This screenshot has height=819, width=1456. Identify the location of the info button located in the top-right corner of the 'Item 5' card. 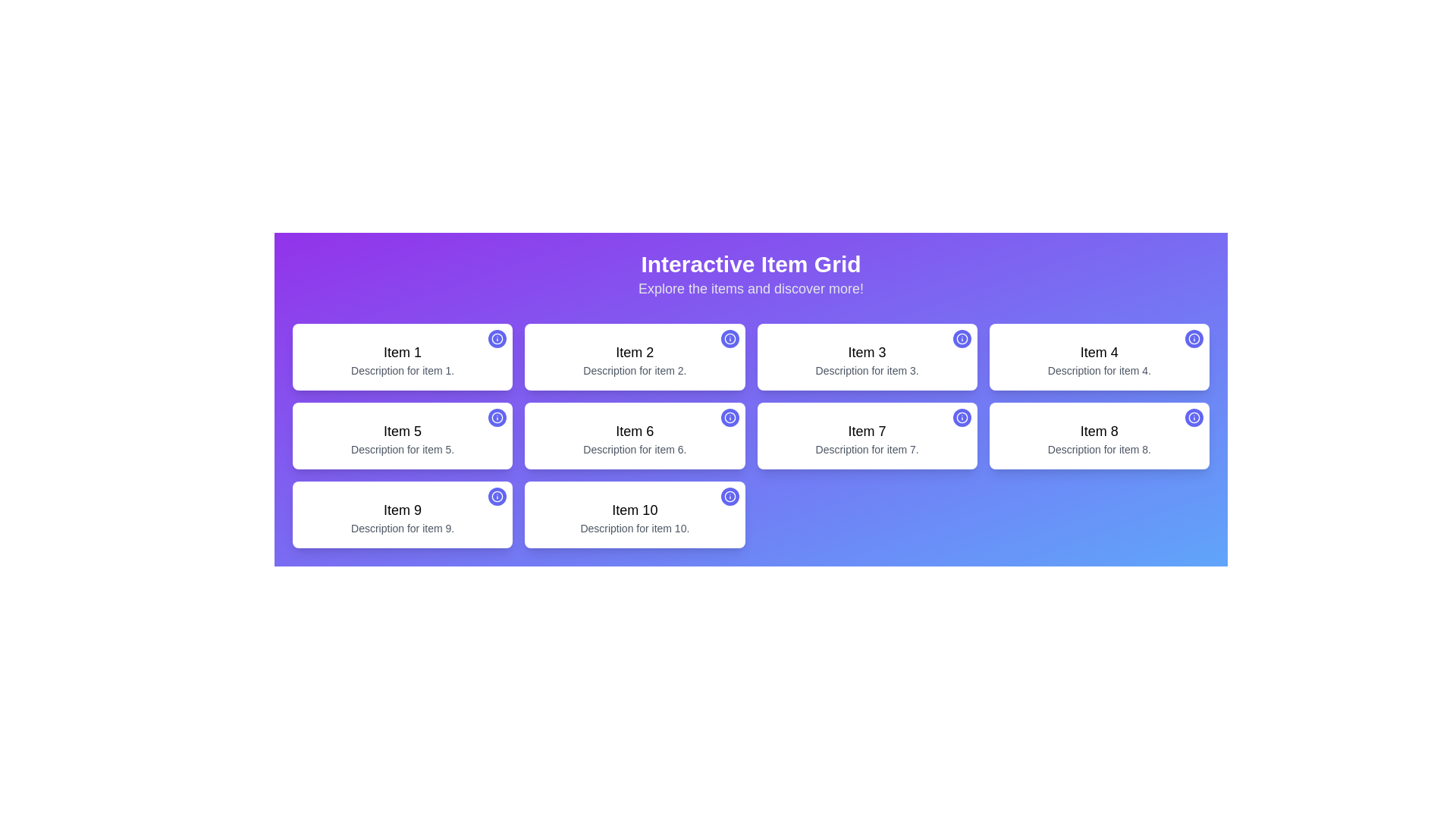
(497, 418).